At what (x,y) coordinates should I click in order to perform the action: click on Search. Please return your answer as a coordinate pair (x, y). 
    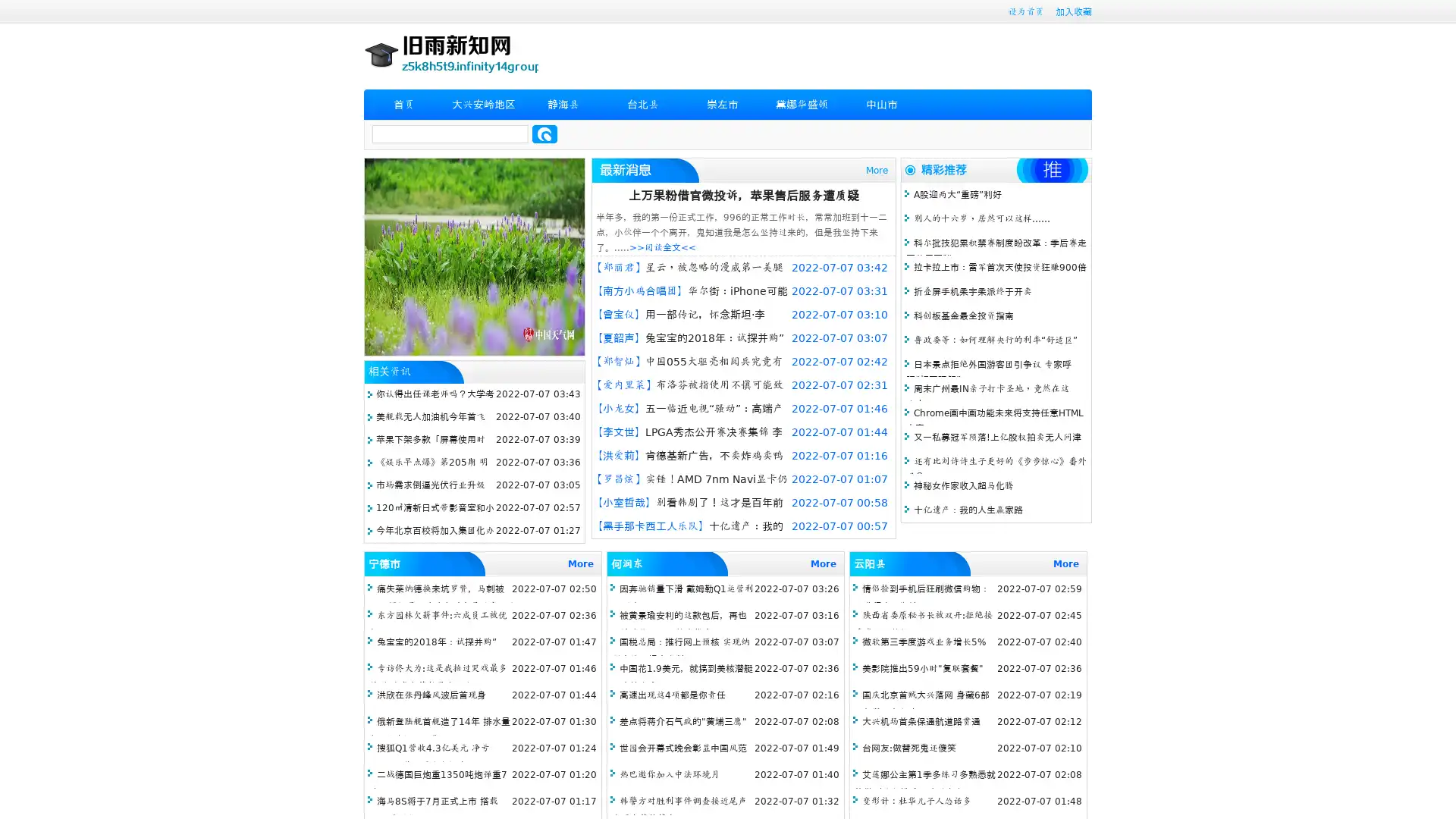
    Looking at the image, I should click on (544, 133).